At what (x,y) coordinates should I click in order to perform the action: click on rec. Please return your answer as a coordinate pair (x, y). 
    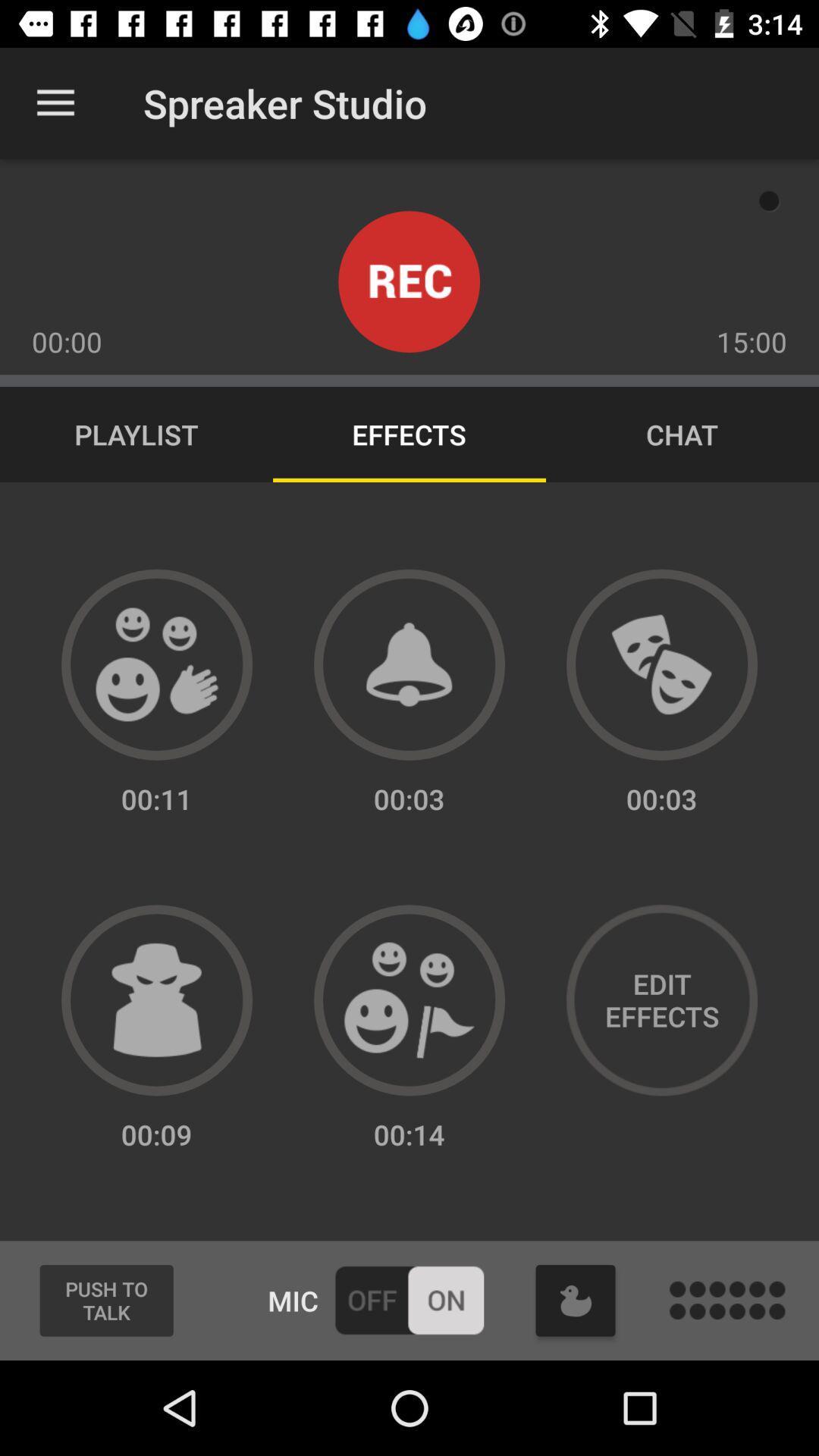
    Looking at the image, I should click on (408, 281).